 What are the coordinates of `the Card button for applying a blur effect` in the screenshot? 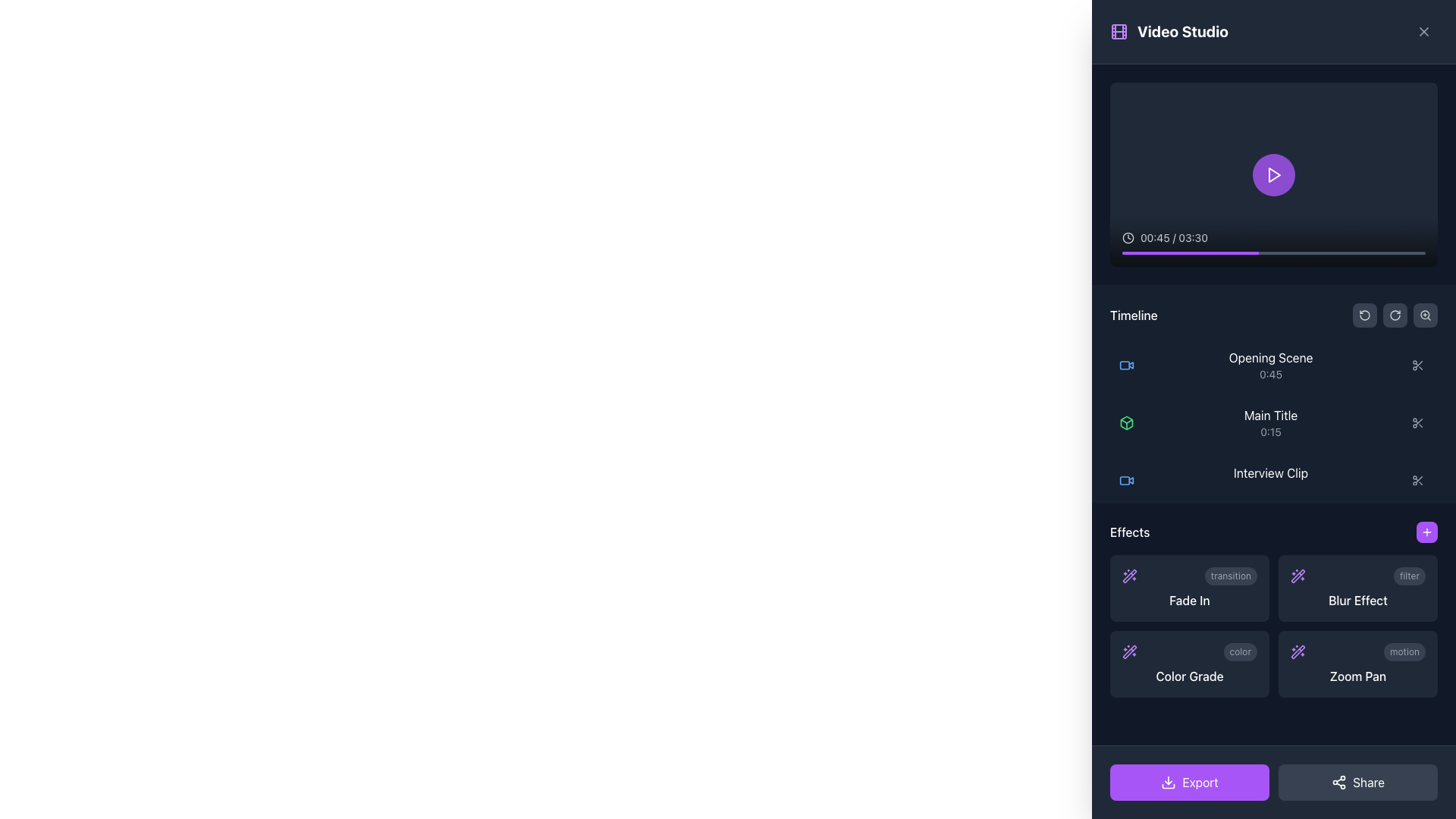 It's located at (1357, 587).